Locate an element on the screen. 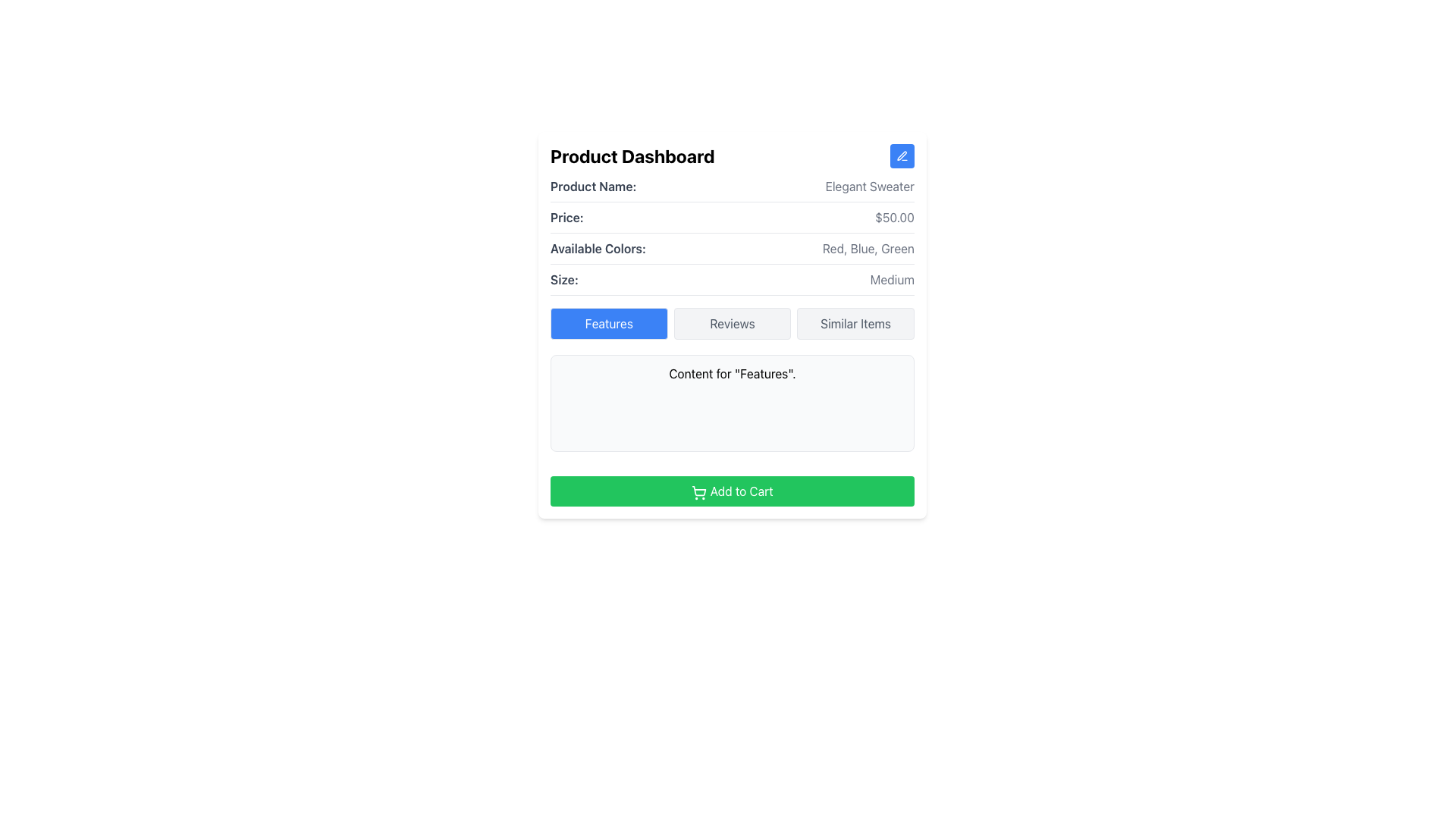  the static text element displaying 'Elegant Sweater', which is located adjacent to the label 'Product Name:' is located at coordinates (870, 186).